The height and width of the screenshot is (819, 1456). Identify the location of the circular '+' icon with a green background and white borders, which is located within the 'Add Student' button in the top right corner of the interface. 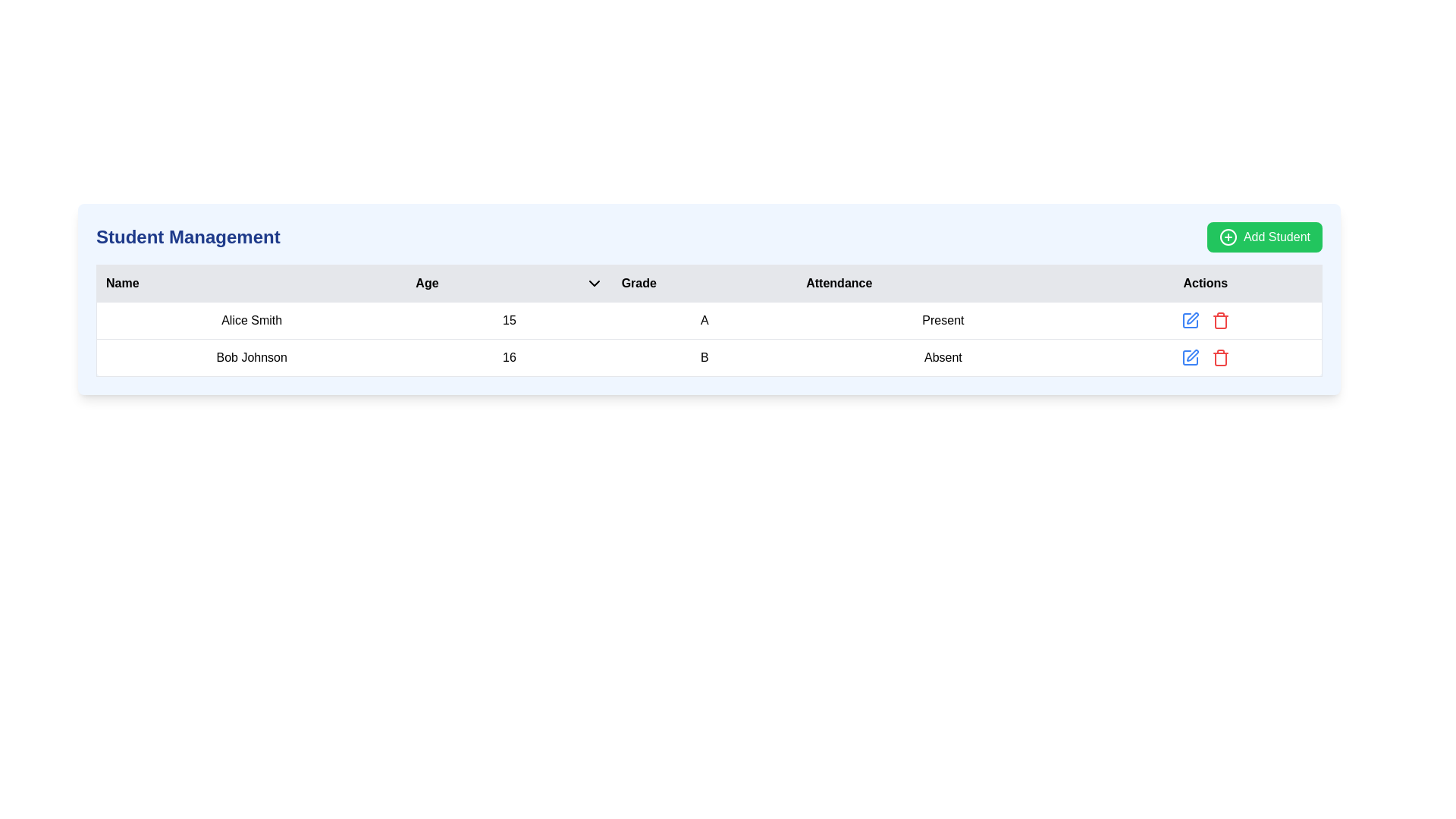
(1228, 237).